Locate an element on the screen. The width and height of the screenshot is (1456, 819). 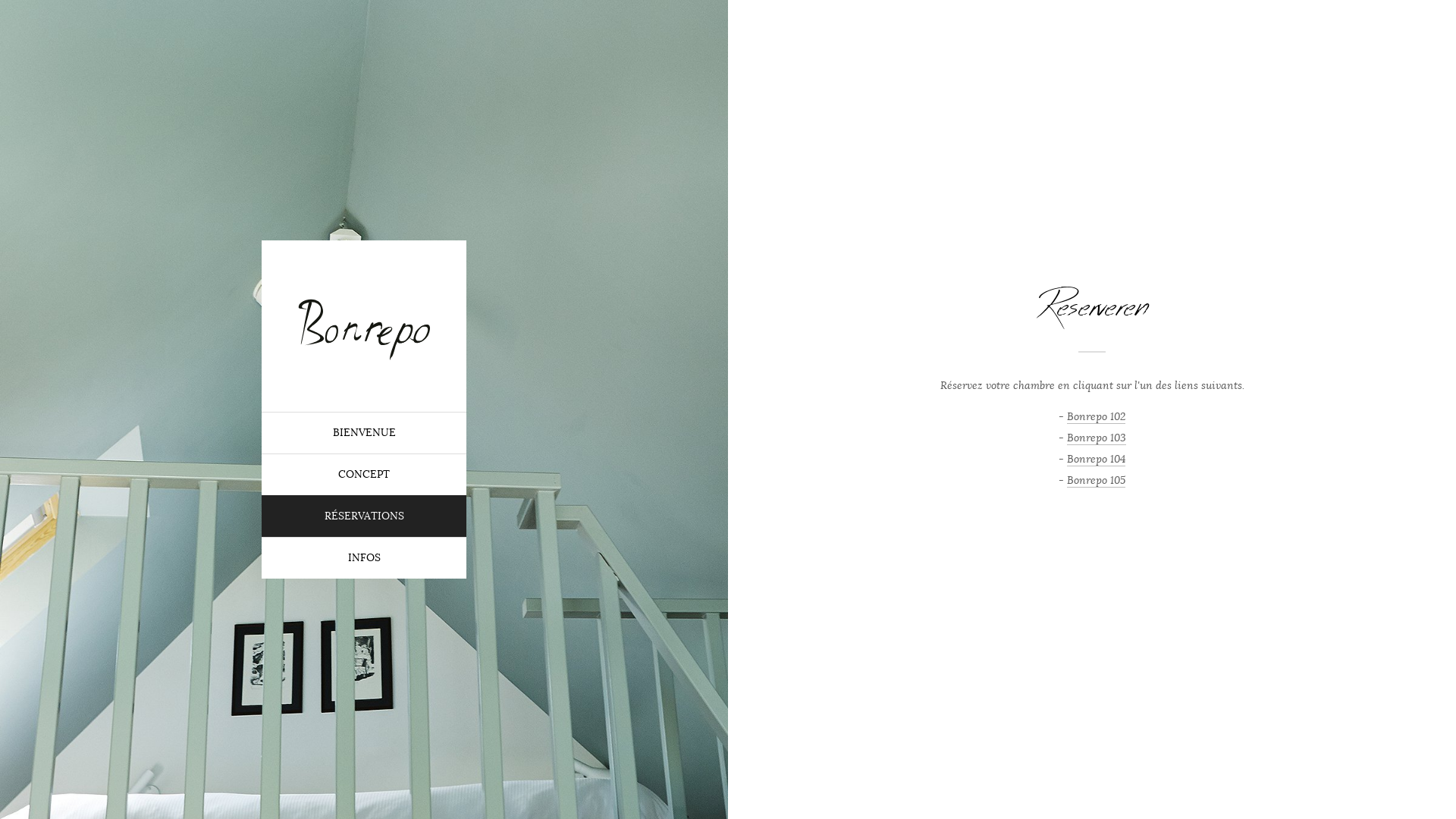
'CONCEPT' is located at coordinates (364, 473).